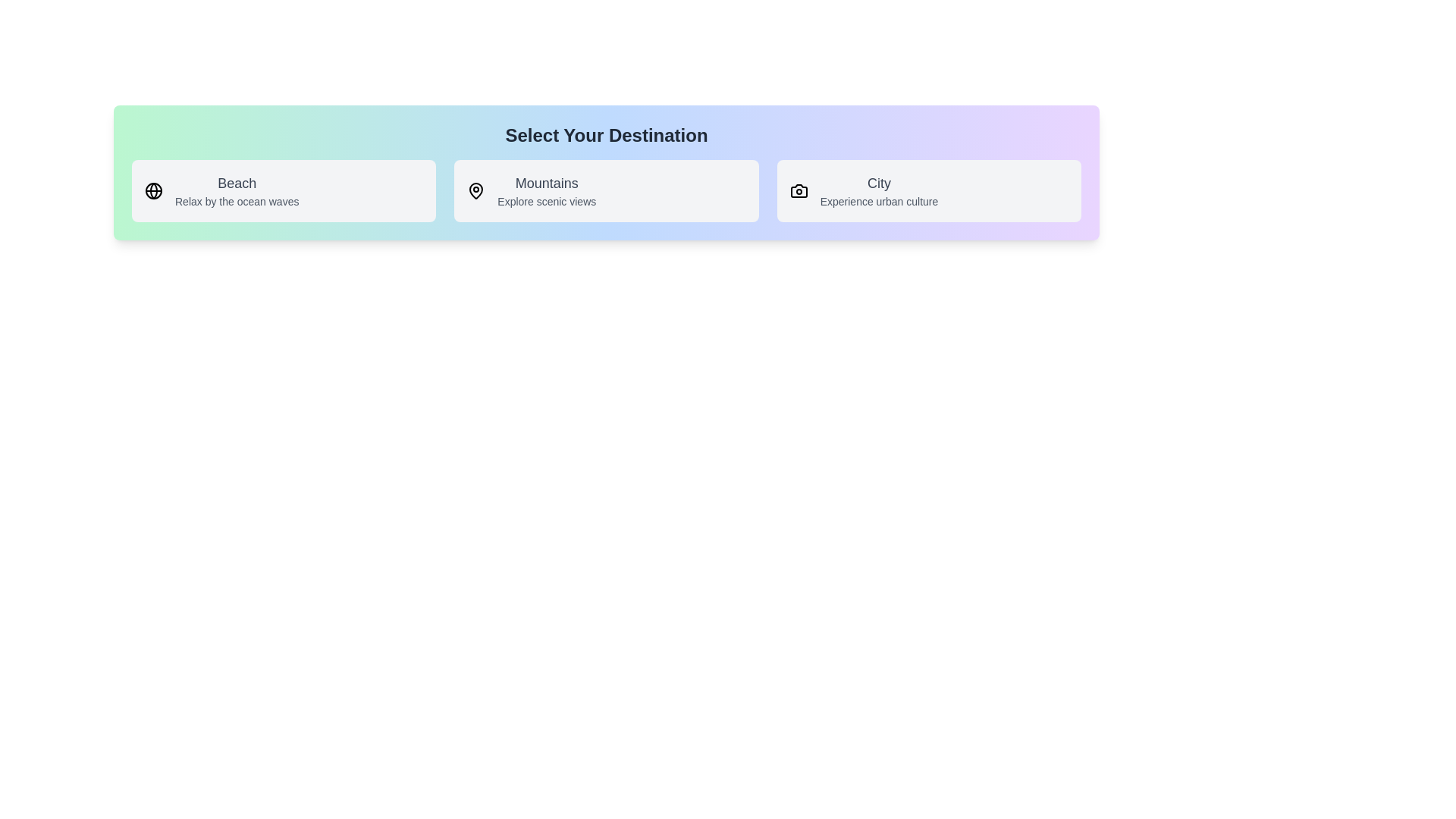 The image size is (1456, 819). What do you see at coordinates (153, 190) in the screenshot?
I see `the middle part of the globe icon which is located to the left of the 'Beach' option in the 'Select Your Destination' interface` at bounding box center [153, 190].